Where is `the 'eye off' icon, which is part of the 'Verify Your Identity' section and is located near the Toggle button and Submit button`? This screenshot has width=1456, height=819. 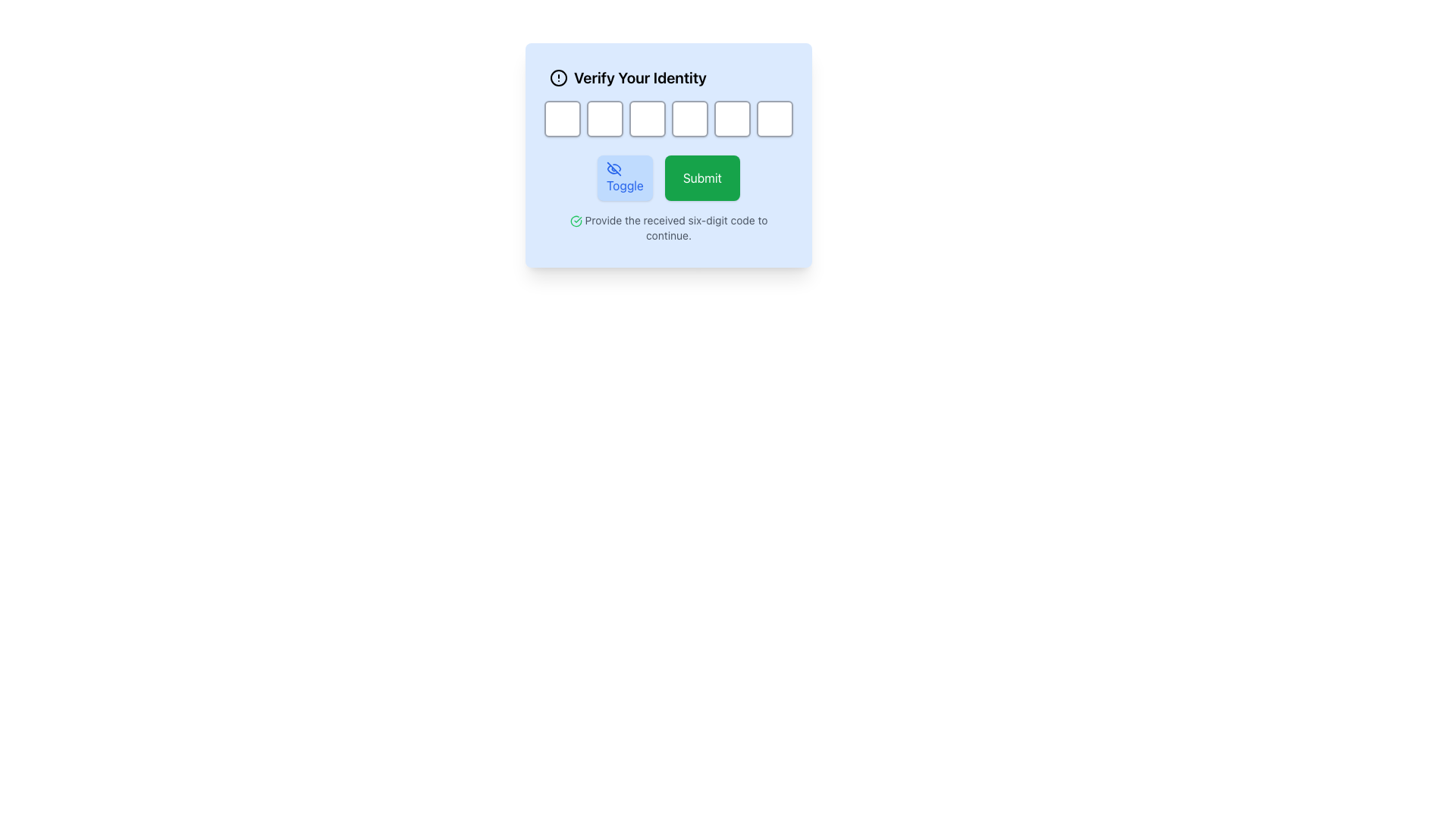
the 'eye off' icon, which is part of the 'Verify Your Identity' section and is located near the Toggle button and Submit button is located at coordinates (613, 169).